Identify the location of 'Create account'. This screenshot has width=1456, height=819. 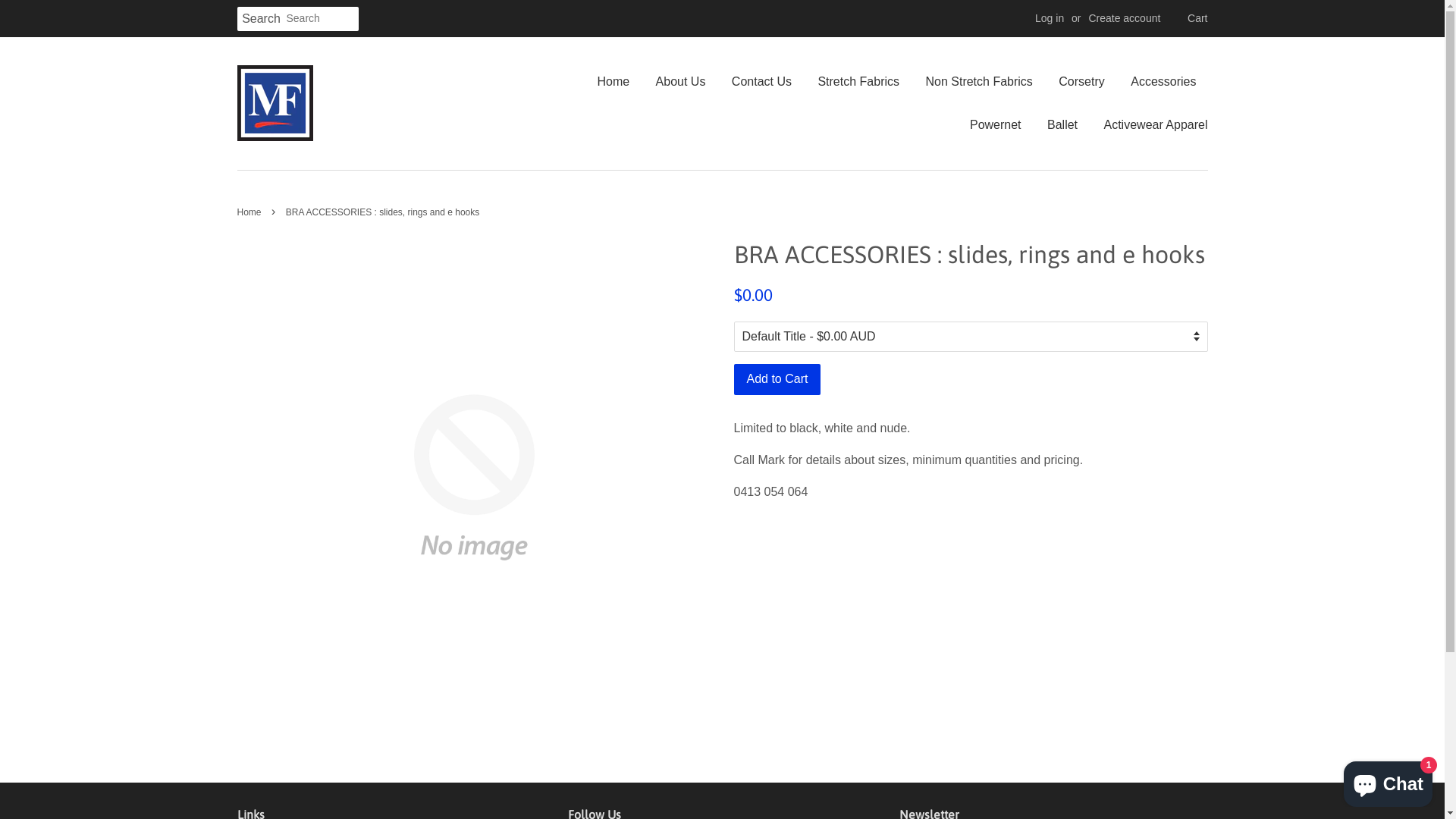
(1124, 17).